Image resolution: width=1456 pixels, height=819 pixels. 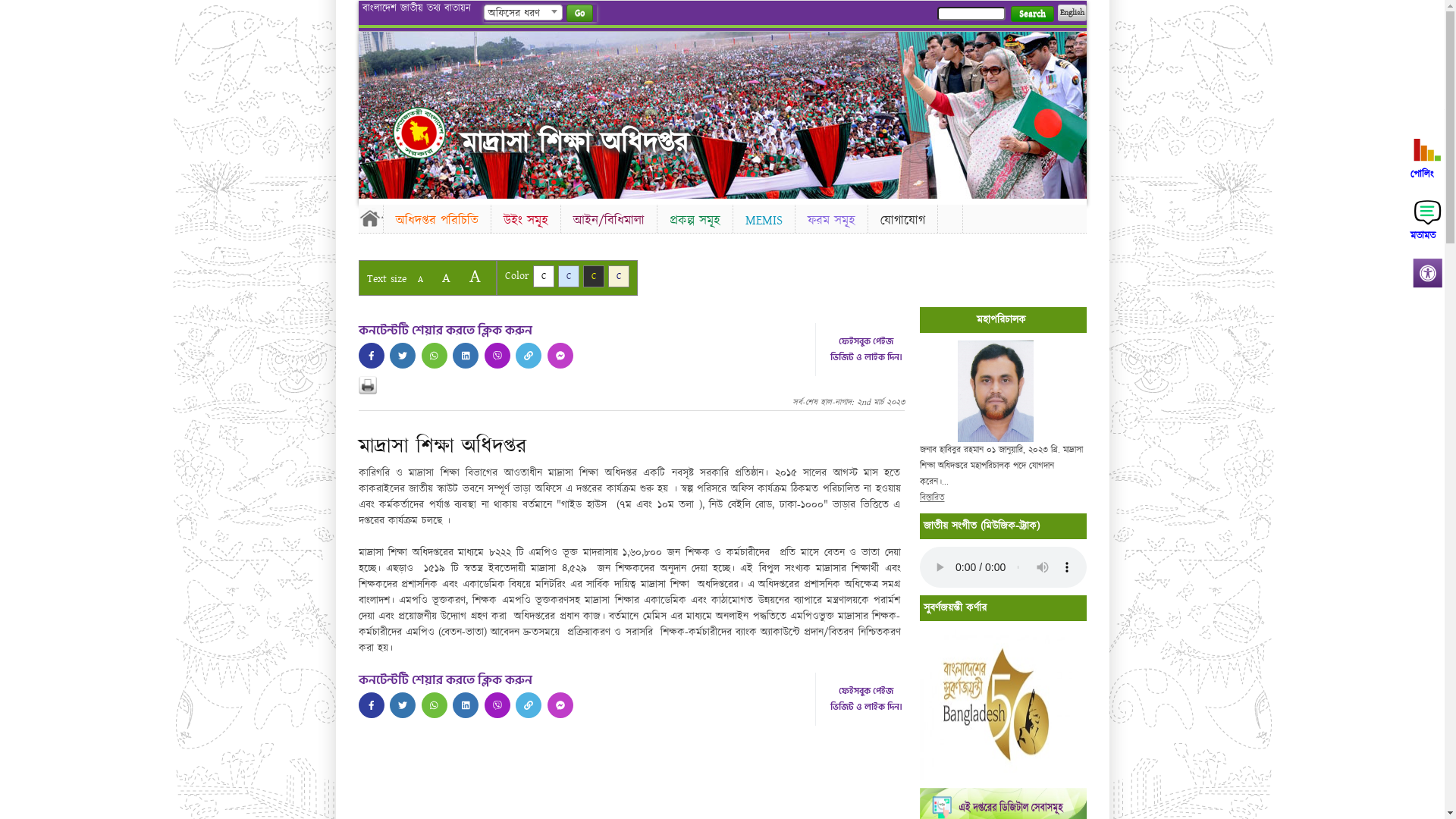 What do you see at coordinates (356, 110) in the screenshot?
I see `'Previous'` at bounding box center [356, 110].